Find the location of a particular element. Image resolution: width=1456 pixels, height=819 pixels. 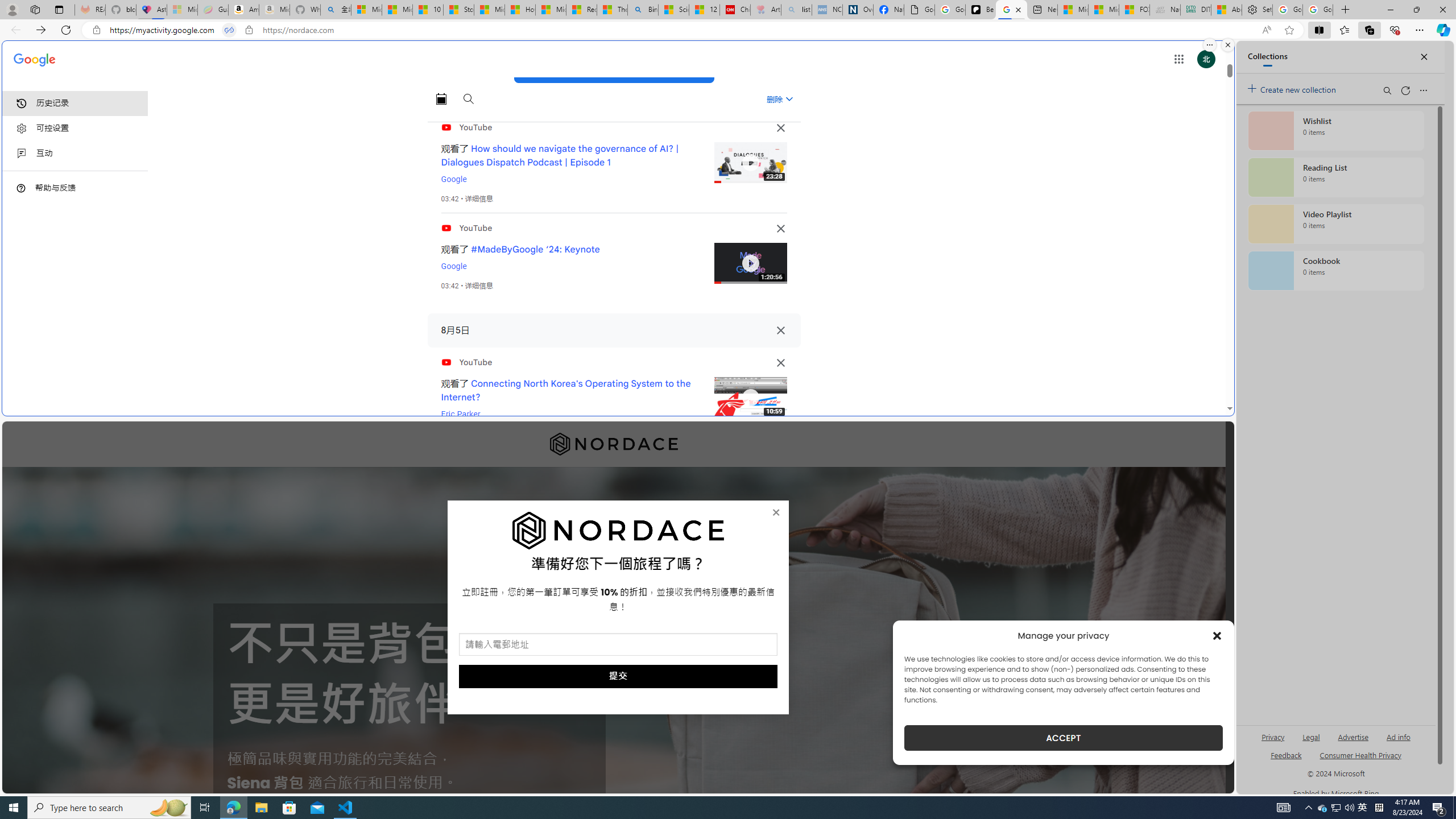

'Class: DI7Mnf NMm5M' is located at coordinates (780, 330).